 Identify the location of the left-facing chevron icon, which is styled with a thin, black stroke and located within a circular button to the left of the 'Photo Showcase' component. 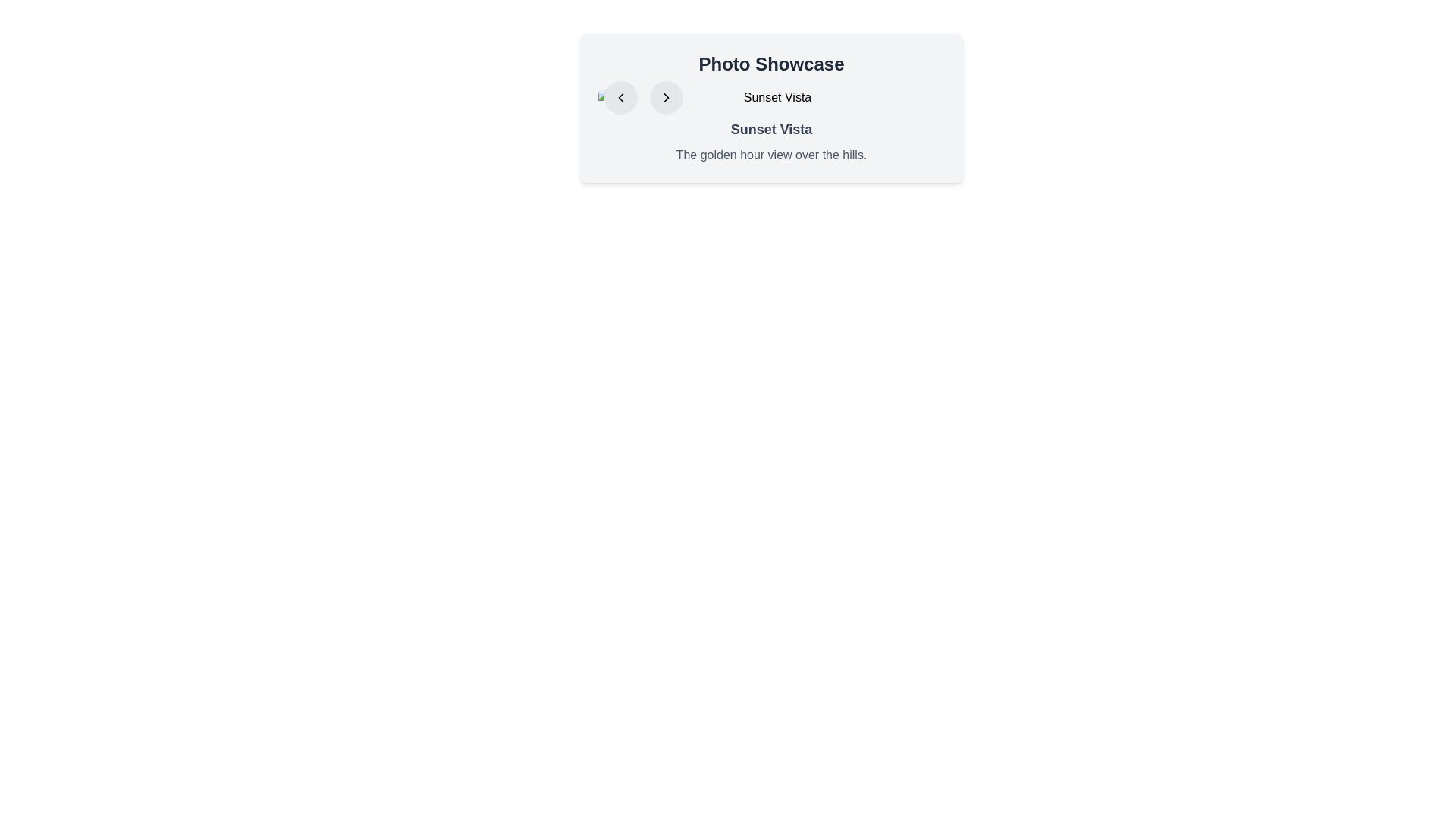
(621, 97).